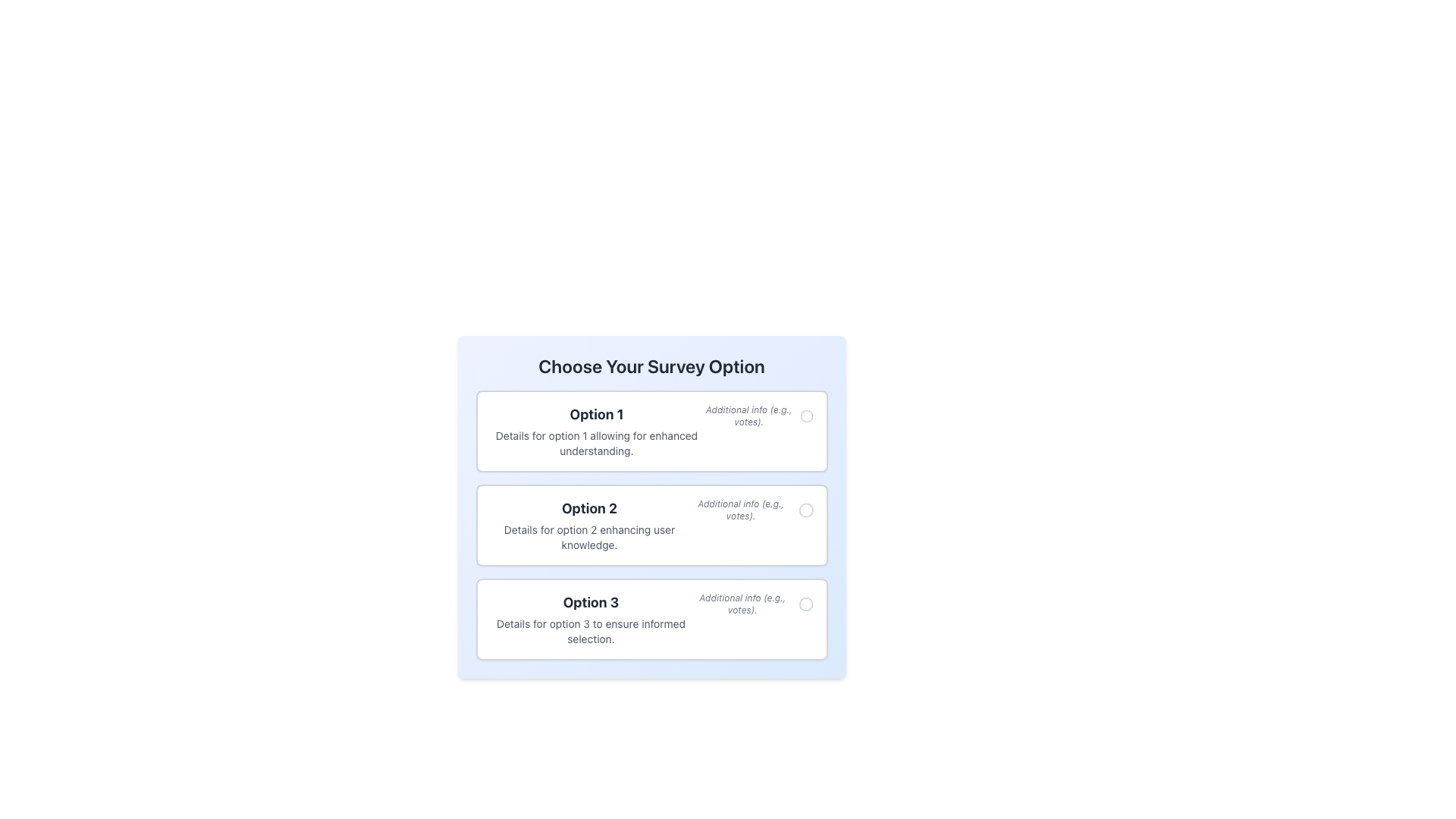  Describe the element at coordinates (805, 510) in the screenshot. I see `the interactive circular button located to the right of the text 'Additional info (e.g., votes).' in the 'Option 2' list item` at that location.